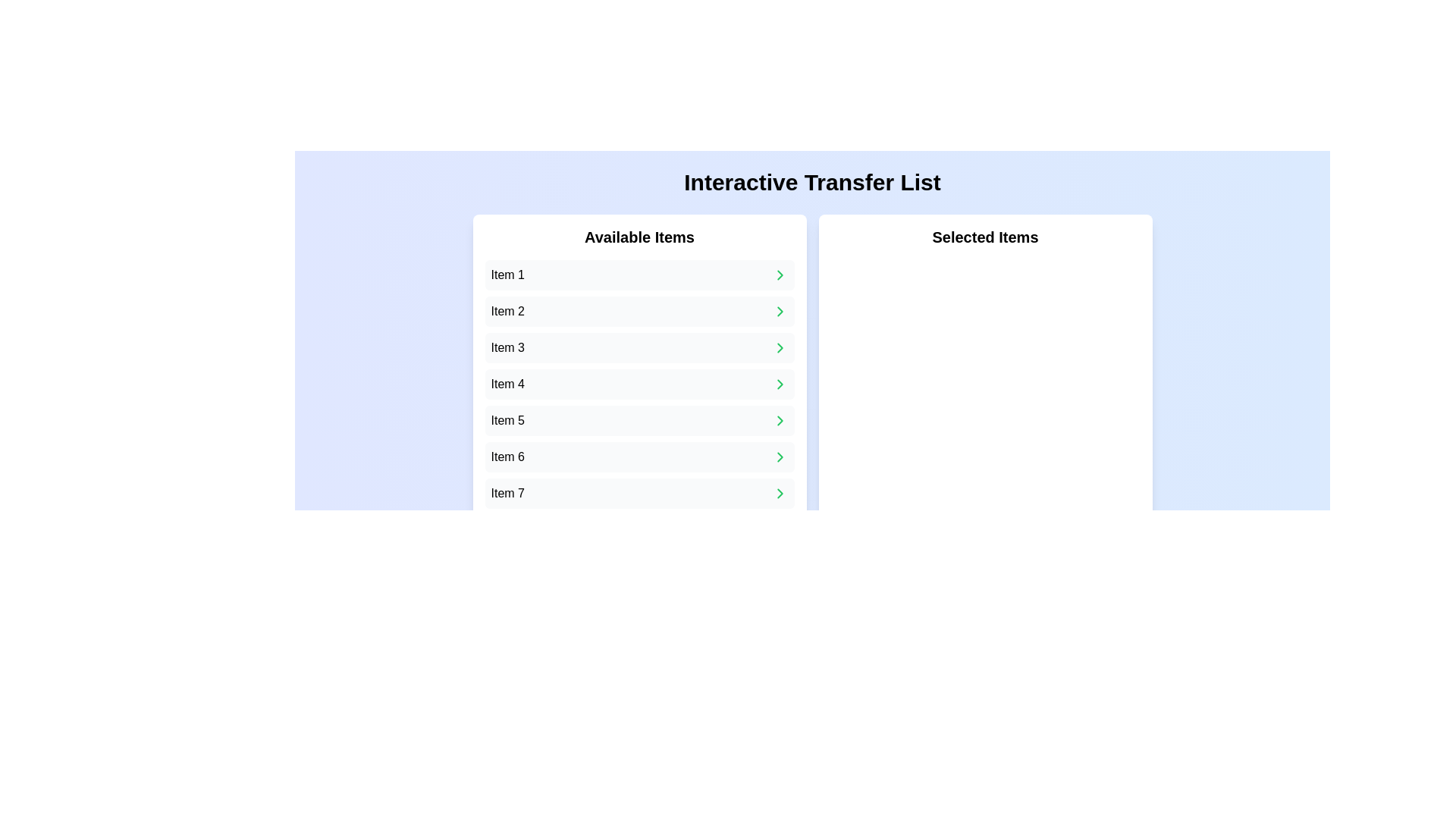 The height and width of the screenshot is (819, 1456). I want to click on the seventh arrow icon located to the right of 'Item 7' in the 'Available Items' section, so click(780, 494).